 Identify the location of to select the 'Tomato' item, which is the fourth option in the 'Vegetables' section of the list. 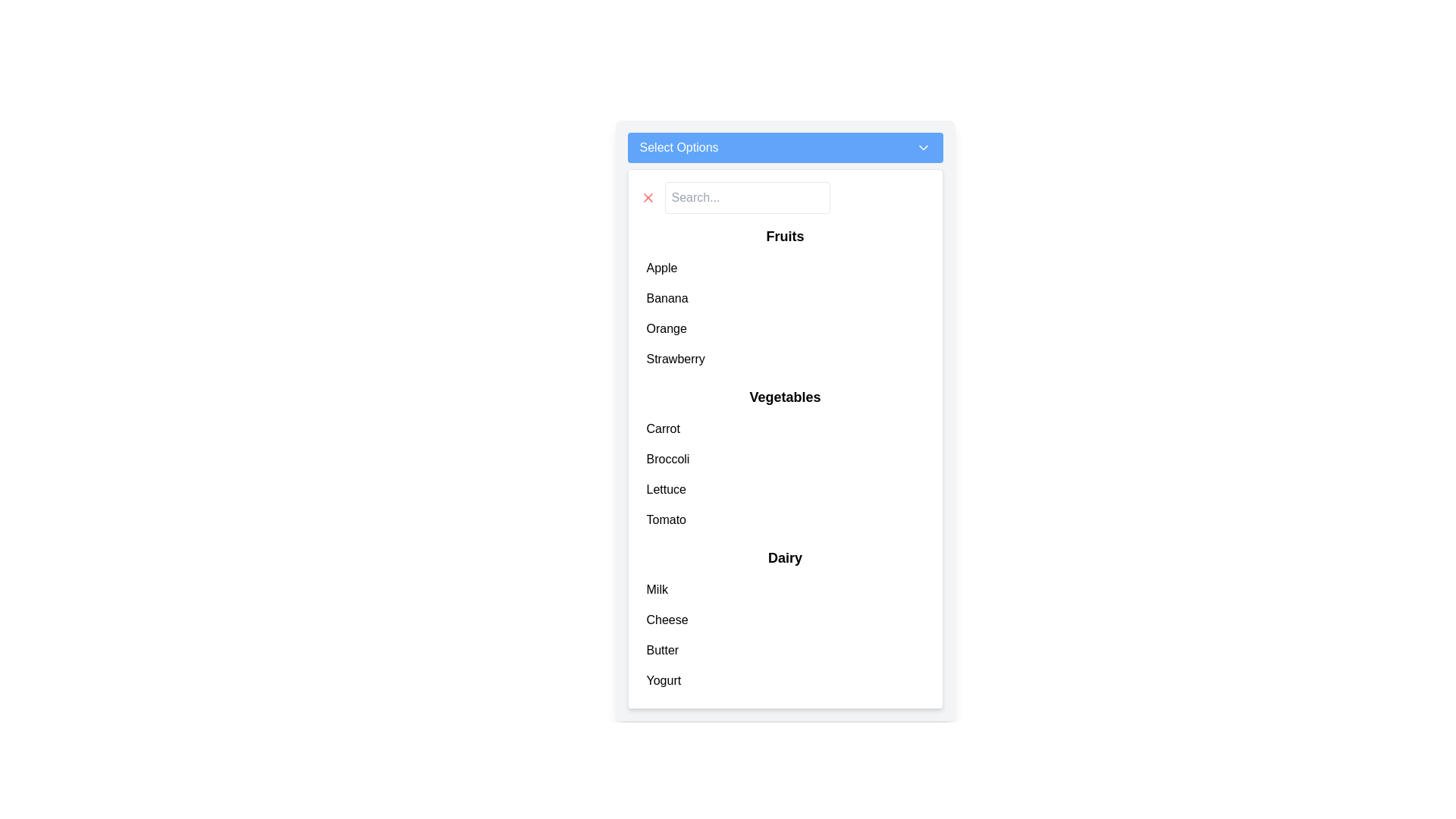
(785, 519).